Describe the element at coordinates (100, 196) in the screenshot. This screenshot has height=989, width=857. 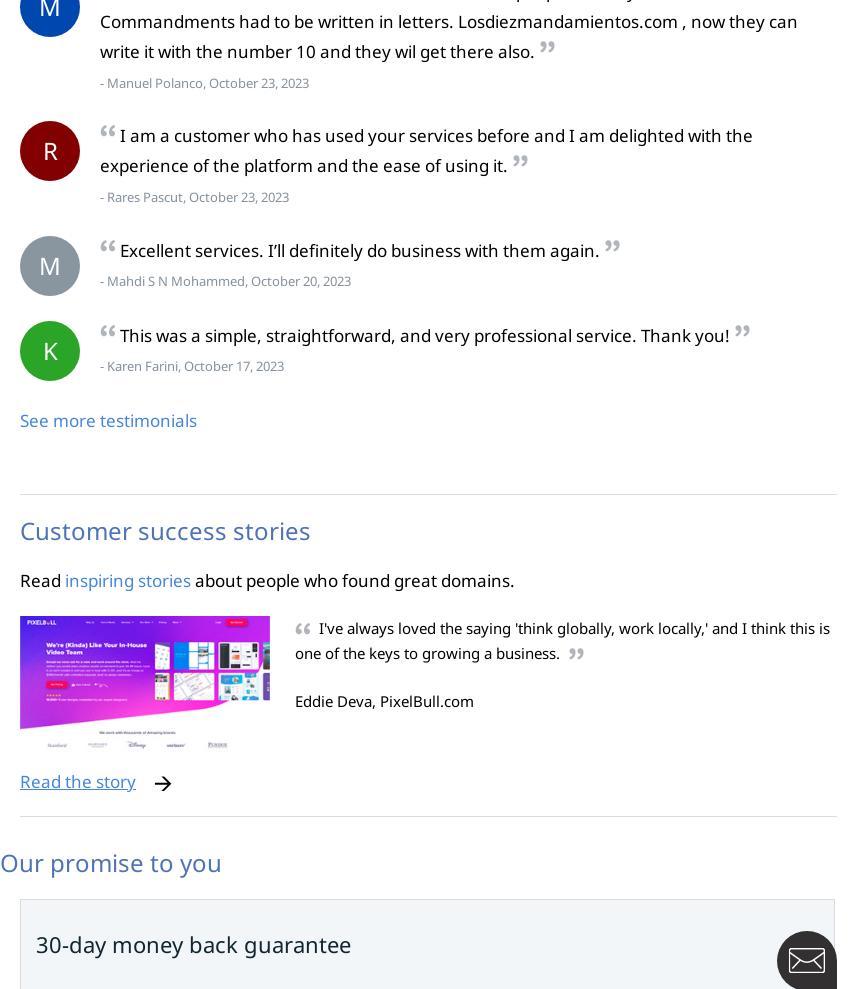
I see `'- Rares Pascut, October 23, 2023'` at that location.